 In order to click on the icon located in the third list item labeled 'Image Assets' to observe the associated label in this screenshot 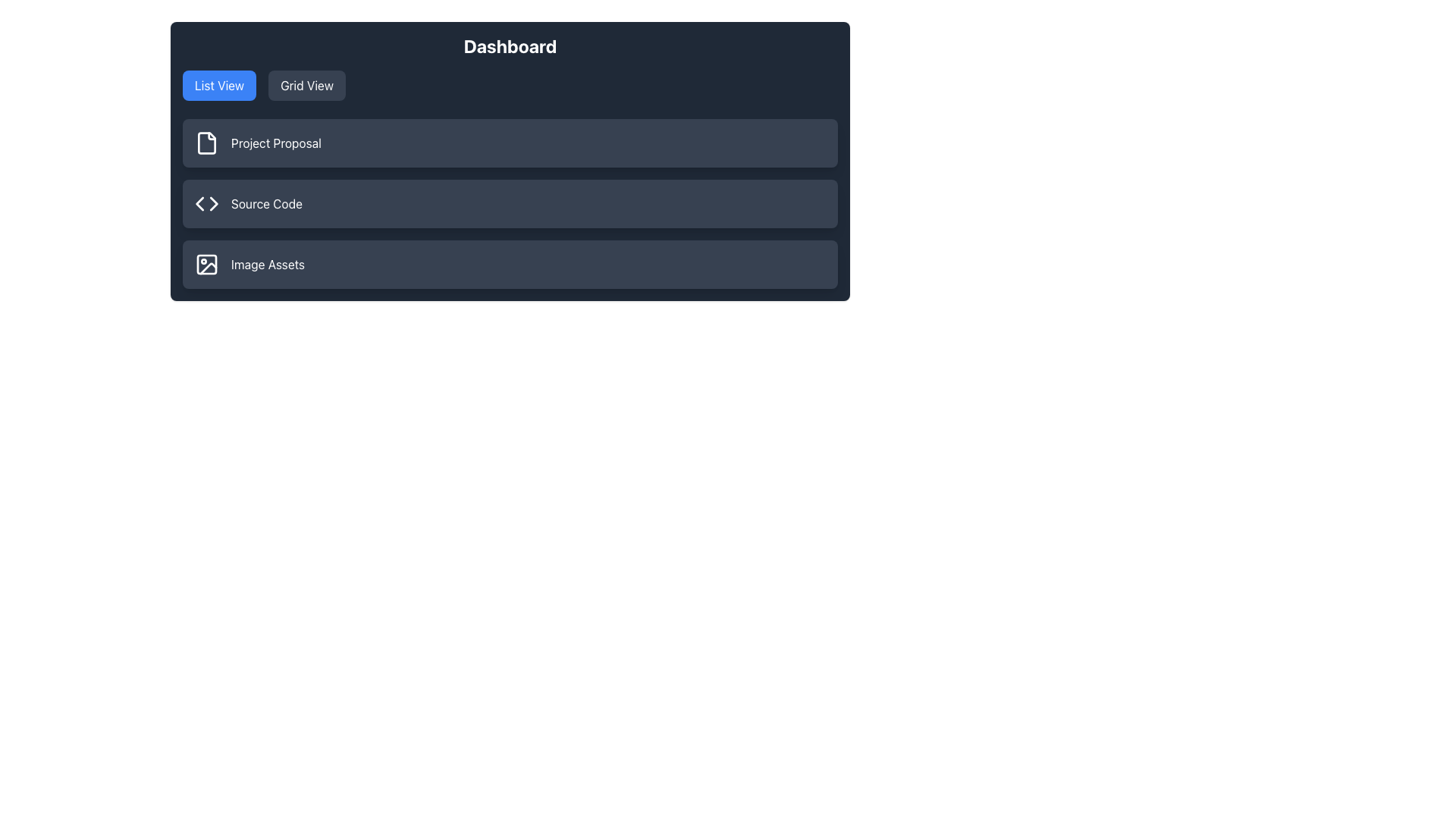, I will do `click(206, 263)`.